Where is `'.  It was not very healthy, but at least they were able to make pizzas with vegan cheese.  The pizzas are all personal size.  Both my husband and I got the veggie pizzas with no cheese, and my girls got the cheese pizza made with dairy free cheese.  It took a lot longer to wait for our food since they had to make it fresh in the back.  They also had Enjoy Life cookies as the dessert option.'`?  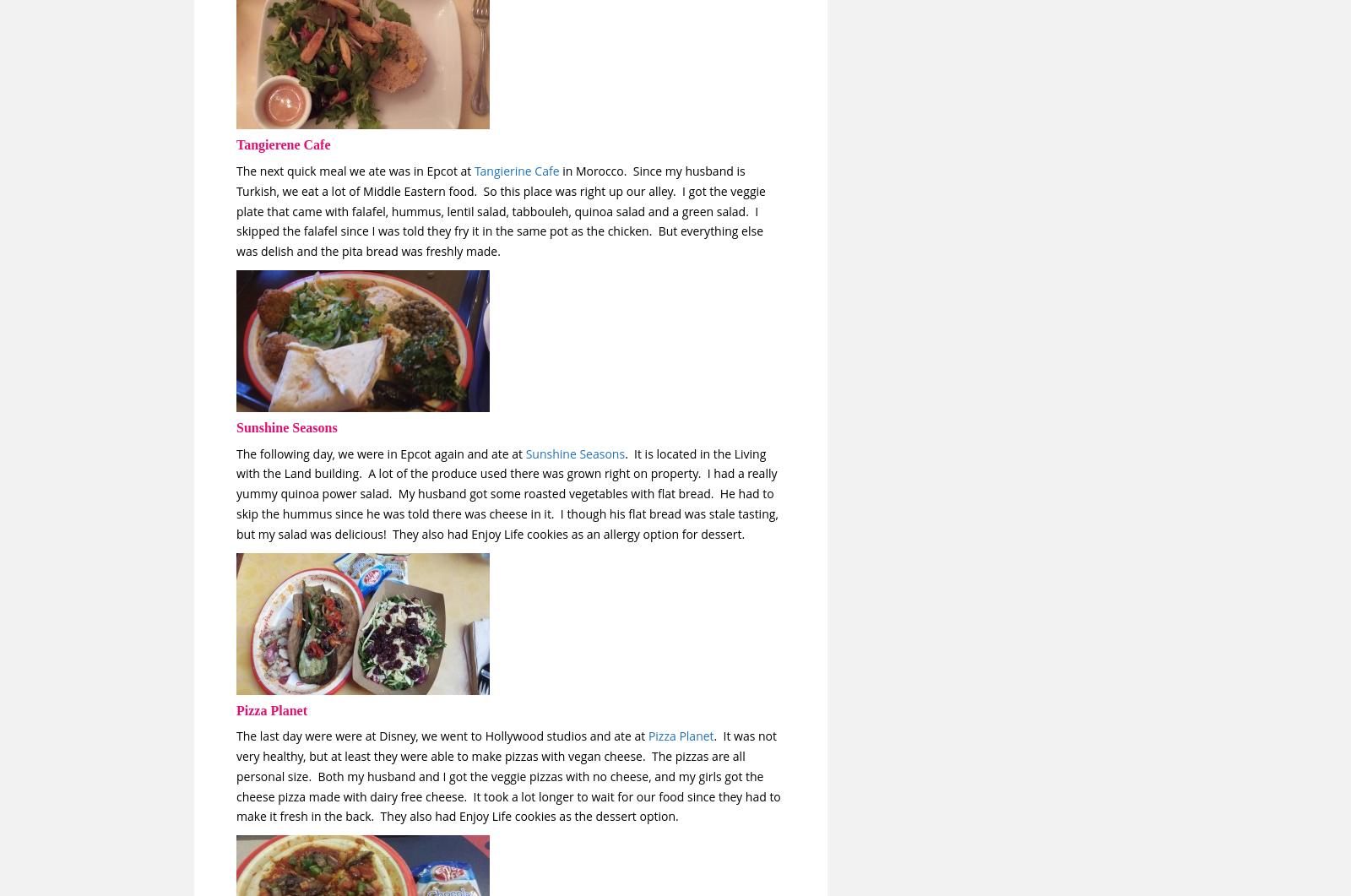 '.  It was not very healthy, but at least they were able to make pizzas with vegan cheese.  The pizzas are all personal size.  Both my husband and I got the veggie pizzas with no cheese, and my girls got the cheese pizza made with dairy free cheese.  It took a lot longer to wait for our food since they had to make it fresh in the back.  They also had Enjoy Life cookies as the dessert option.' is located at coordinates (236, 775).